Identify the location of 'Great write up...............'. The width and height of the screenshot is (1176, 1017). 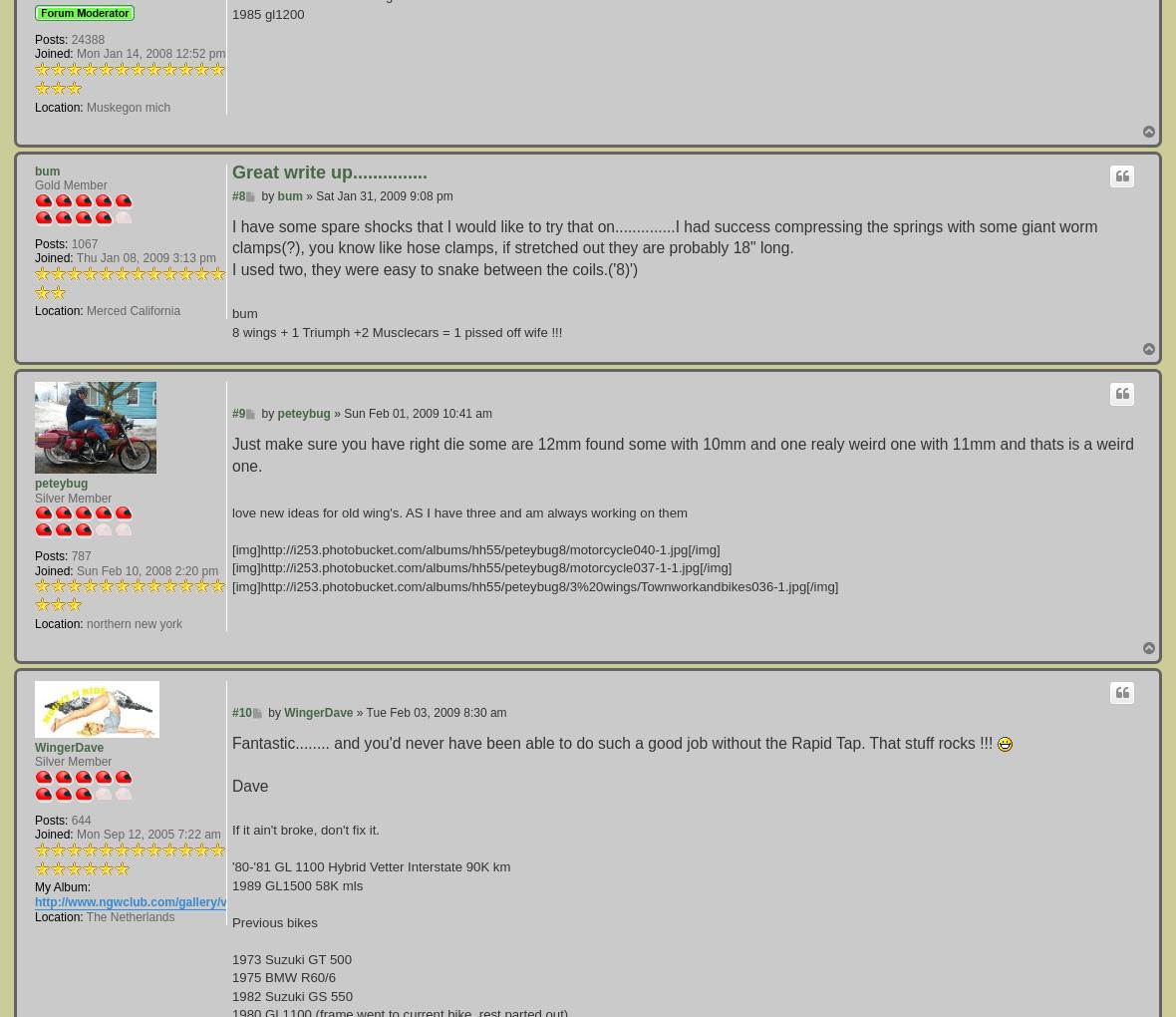
(328, 170).